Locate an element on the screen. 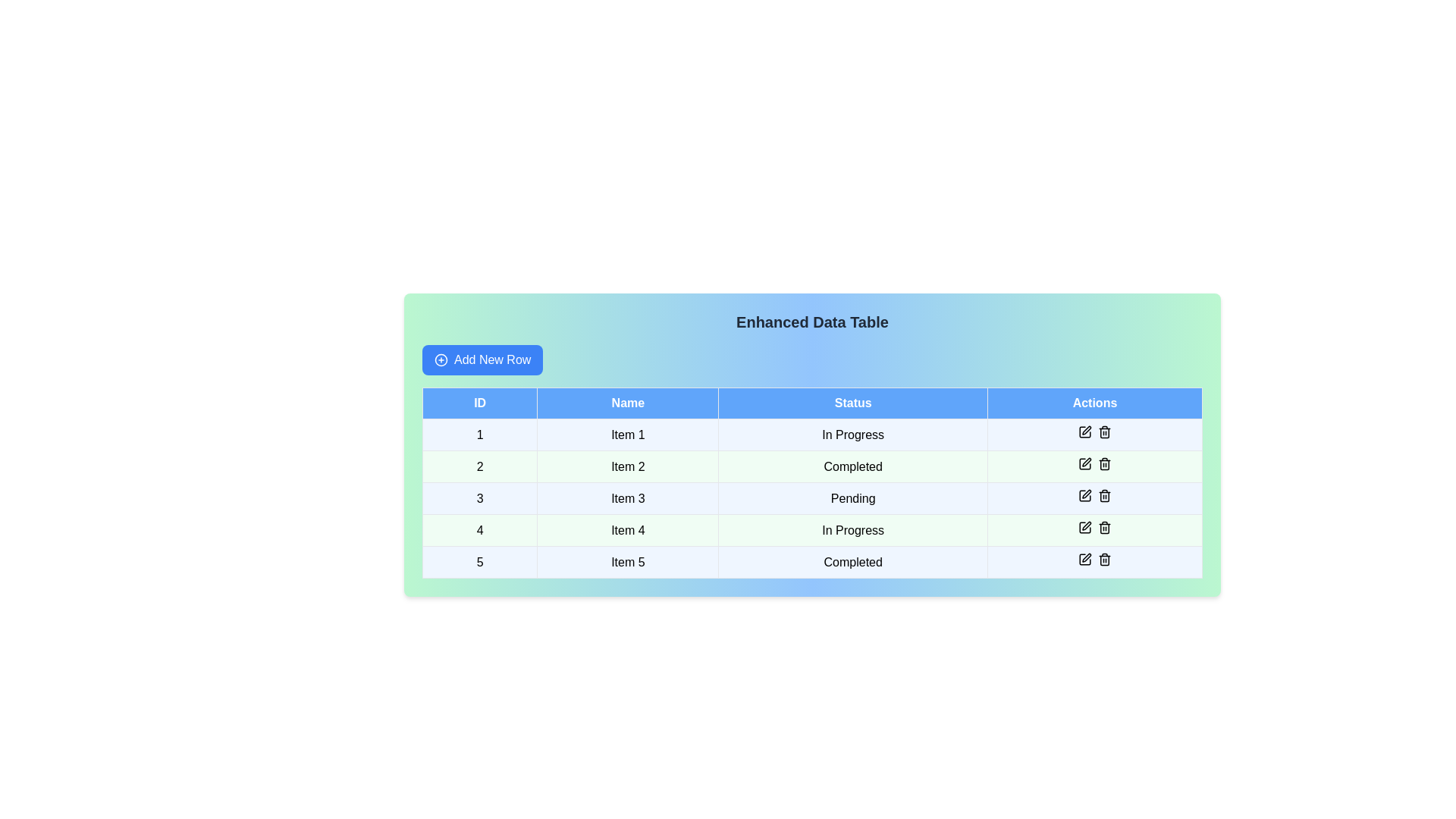 This screenshot has width=1456, height=819. the Text cell displaying the item's name in the first row of the table under the 'Name' column, which is located between the '1' cell and the 'In Progress' cell is located at coordinates (628, 435).